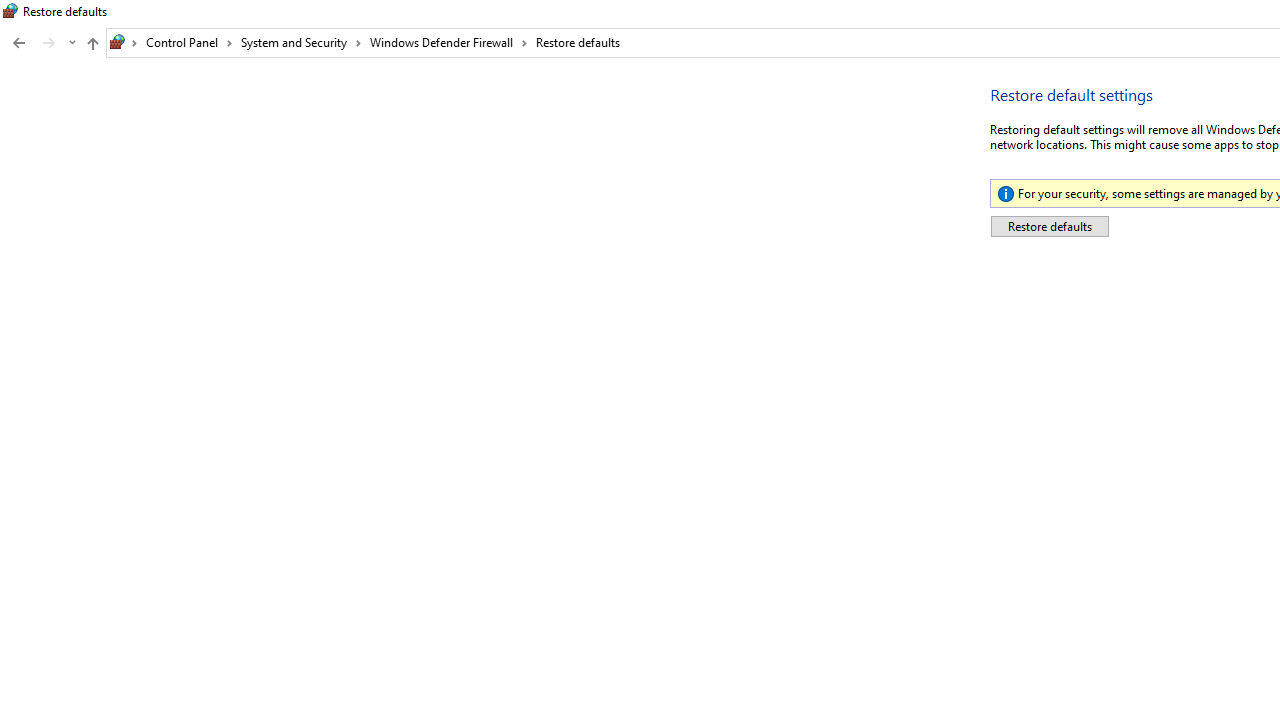 The height and width of the screenshot is (720, 1280). What do you see at coordinates (300, 42) in the screenshot?
I see `'System and Security'` at bounding box center [300, 42].